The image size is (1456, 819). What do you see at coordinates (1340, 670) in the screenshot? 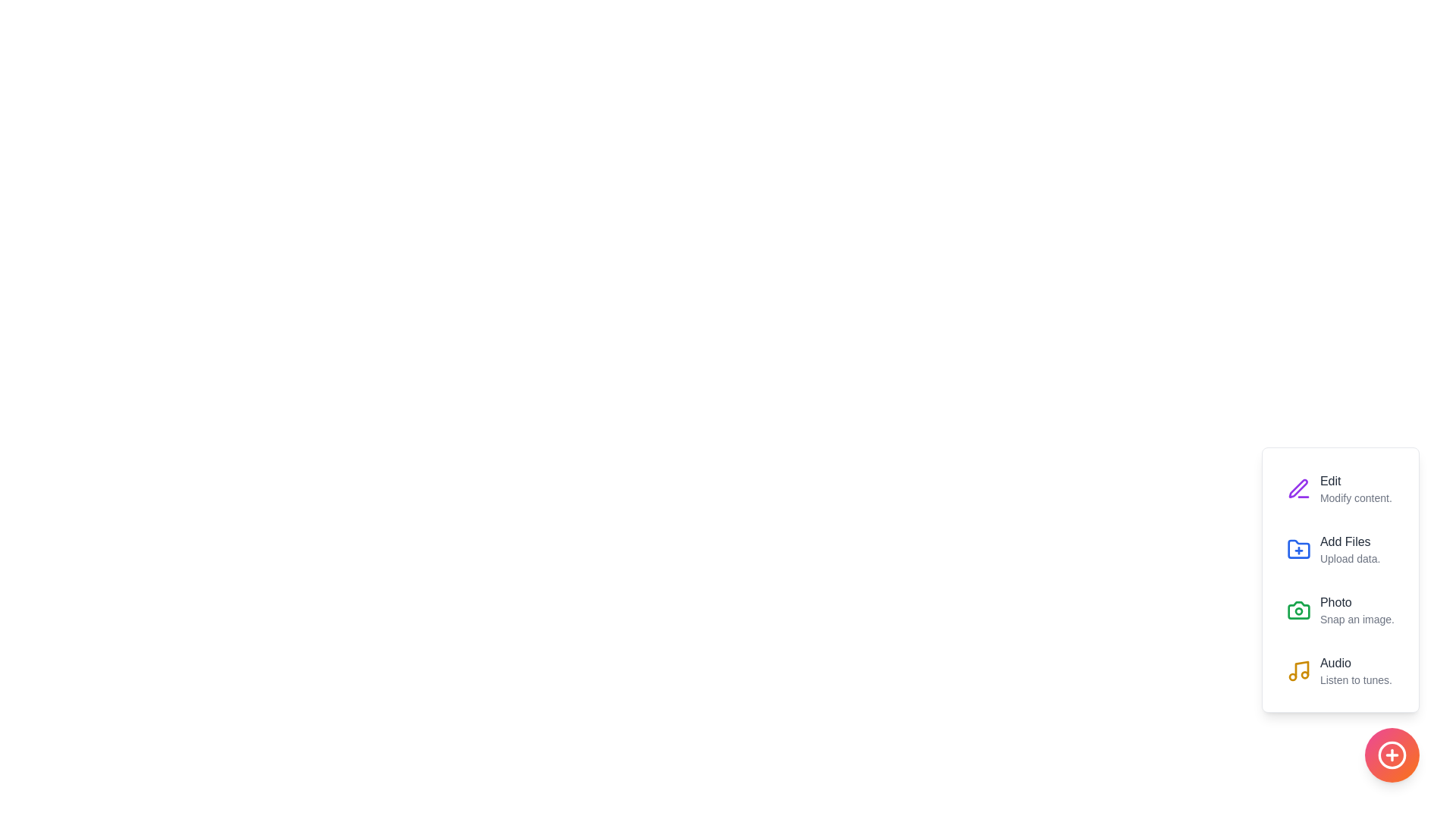
I see `the Audio option from the menu` at bounding box center [1340, 670].